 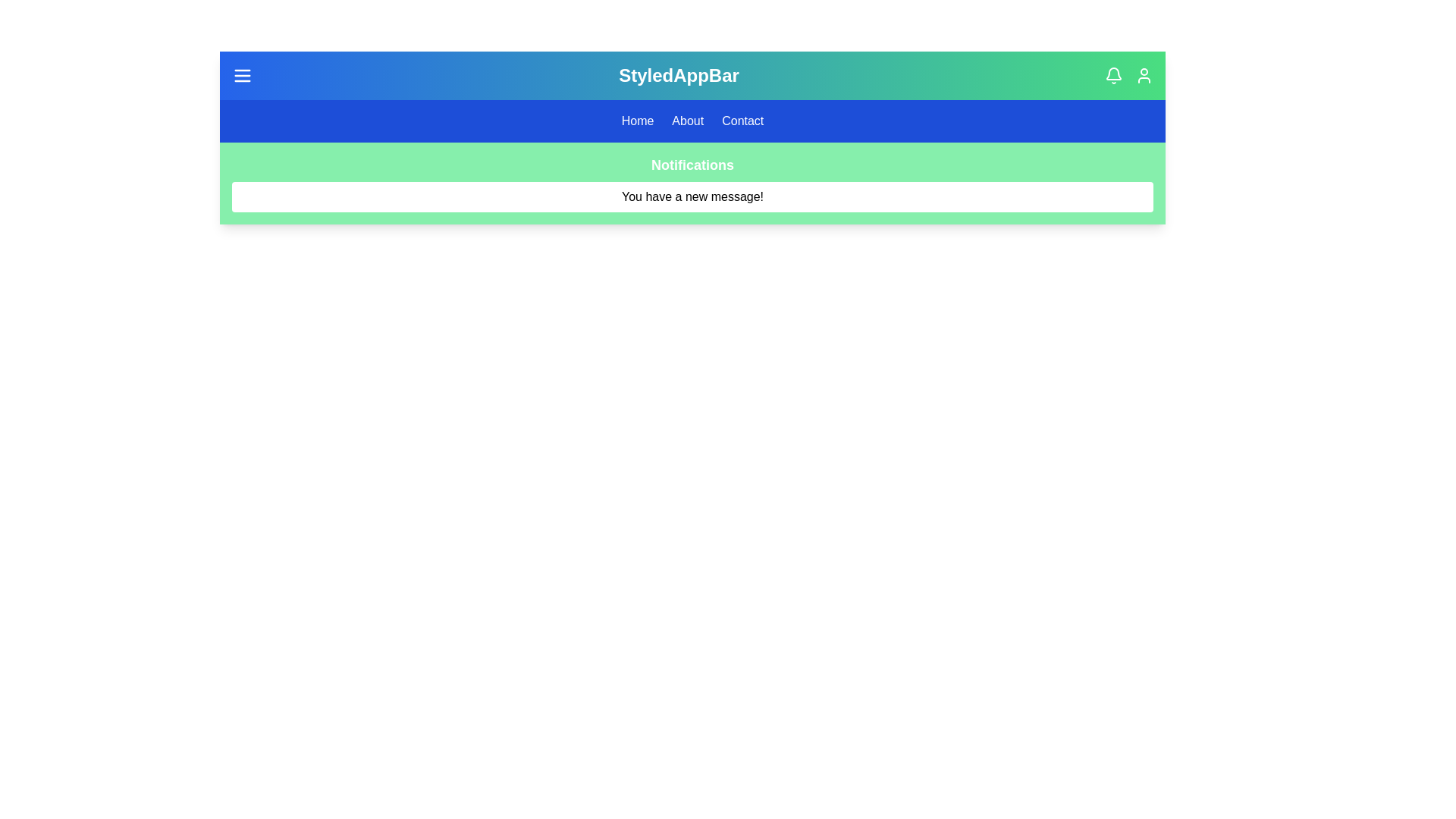 I want to click on the hamburger menu button located at the top-left corner of the application bar, so click(x=243, y=76).